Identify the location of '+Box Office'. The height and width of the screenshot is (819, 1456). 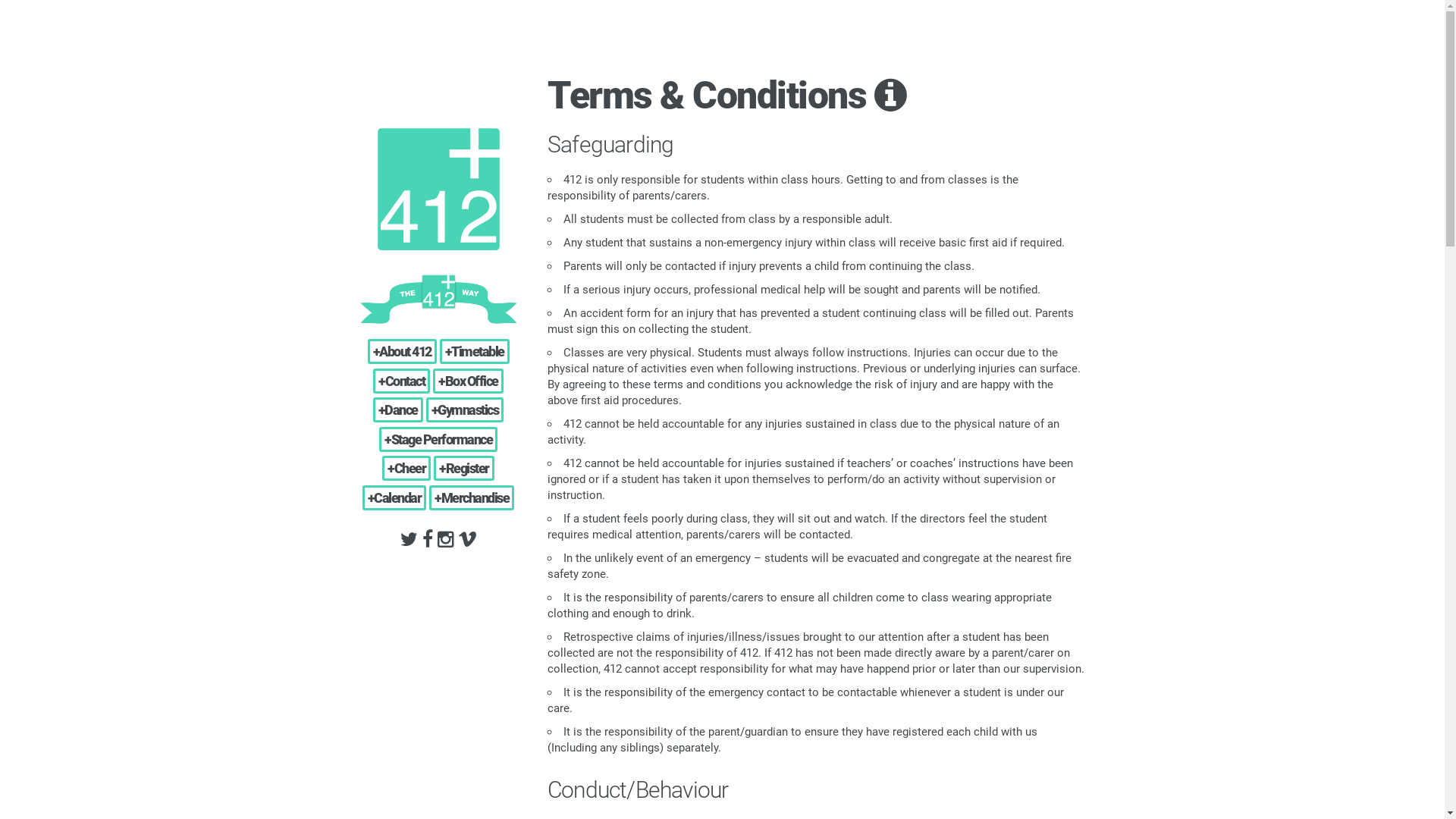
(467, 380).